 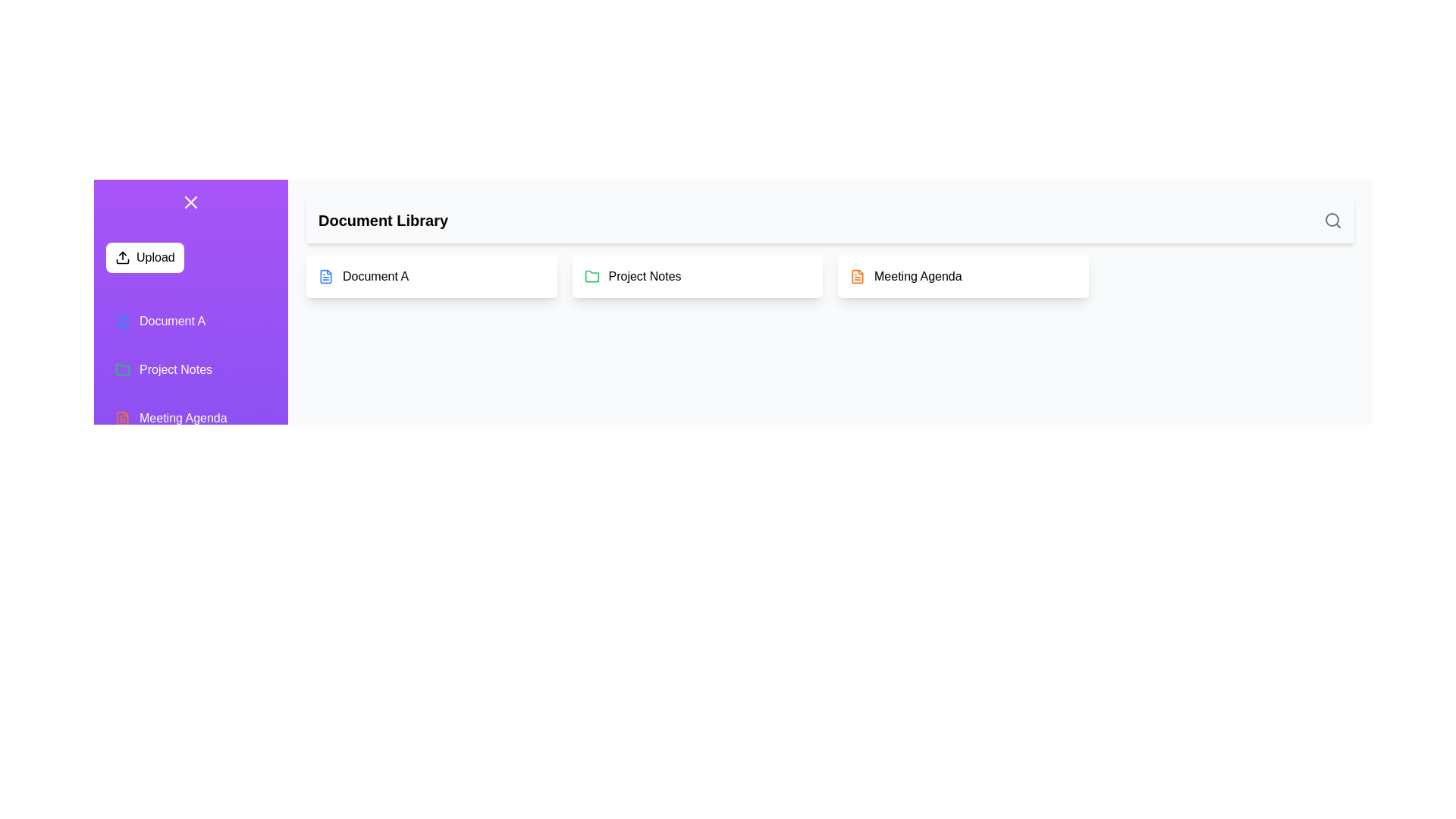 What do you see at coordinates (431, 277) in the screenshot?
I see `the document Document A from the list` at bounding box center [431, 277].